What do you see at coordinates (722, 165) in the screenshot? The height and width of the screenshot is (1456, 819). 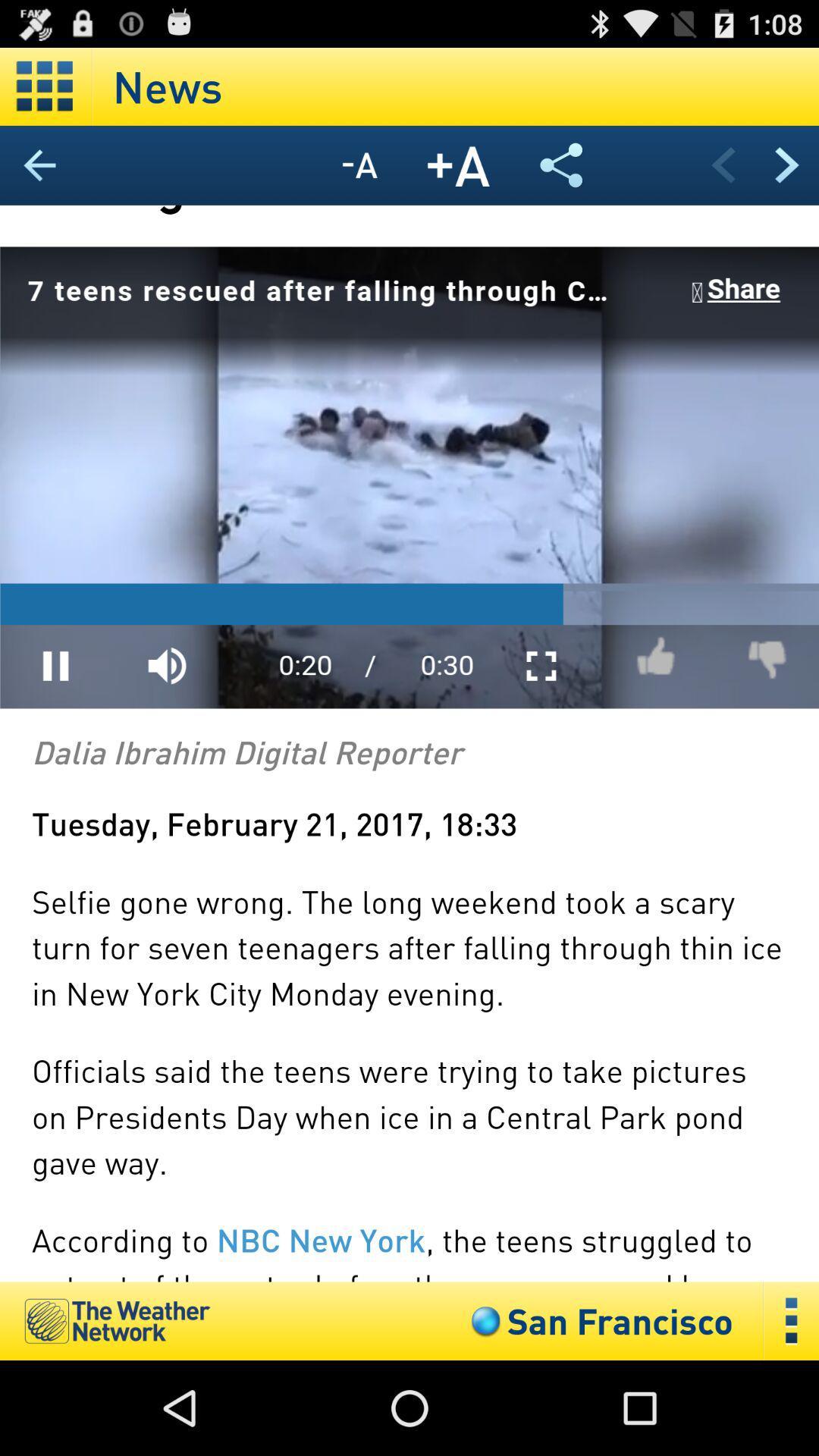 I see `back` at bounding box center [722, 165].